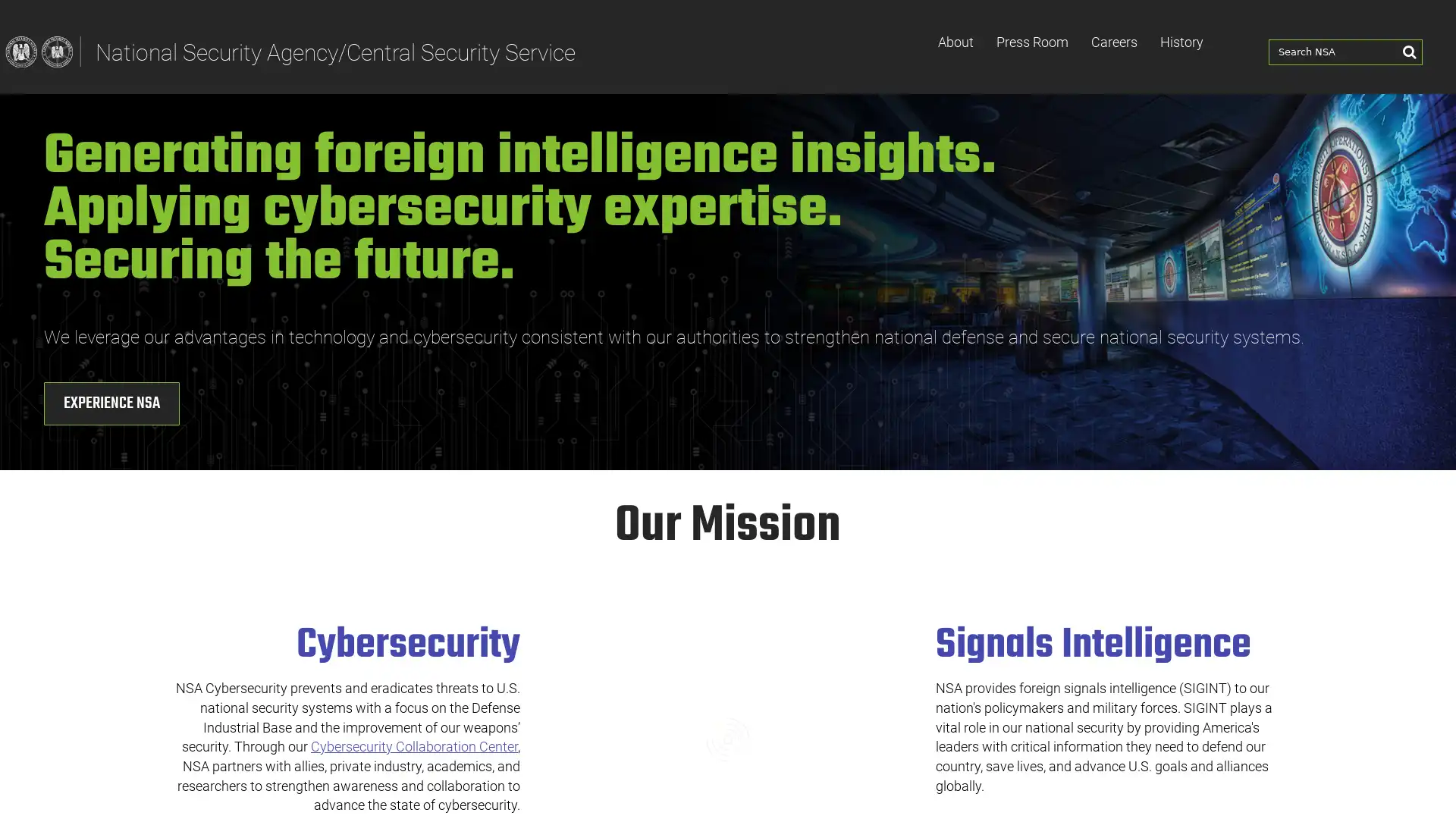 This screenshot has width=1456, height=819. Describe the element at coordinates (315, 373) in the screenshot. I see `Experience NSA` at that location.